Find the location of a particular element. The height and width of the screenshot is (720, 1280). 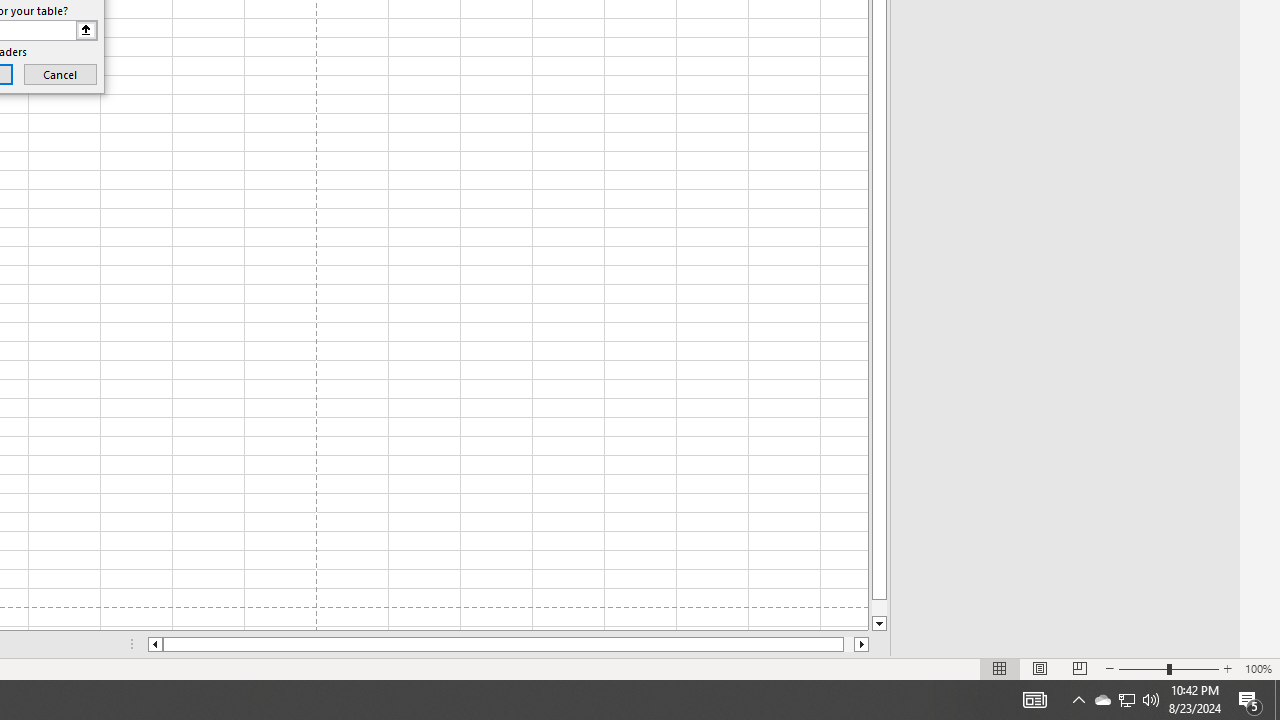

'Page right' is located at coordinates (848, 644).